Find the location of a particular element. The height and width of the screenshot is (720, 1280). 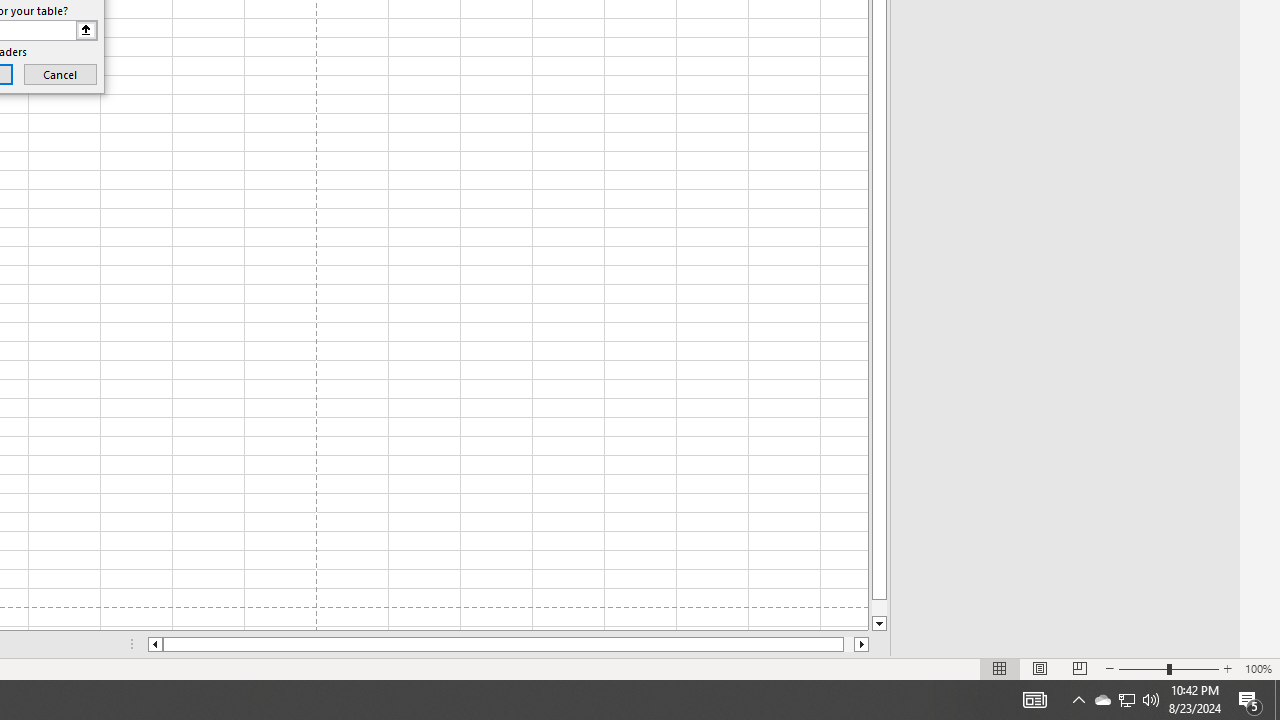

'Page right' is located at coordinates (848, 644).